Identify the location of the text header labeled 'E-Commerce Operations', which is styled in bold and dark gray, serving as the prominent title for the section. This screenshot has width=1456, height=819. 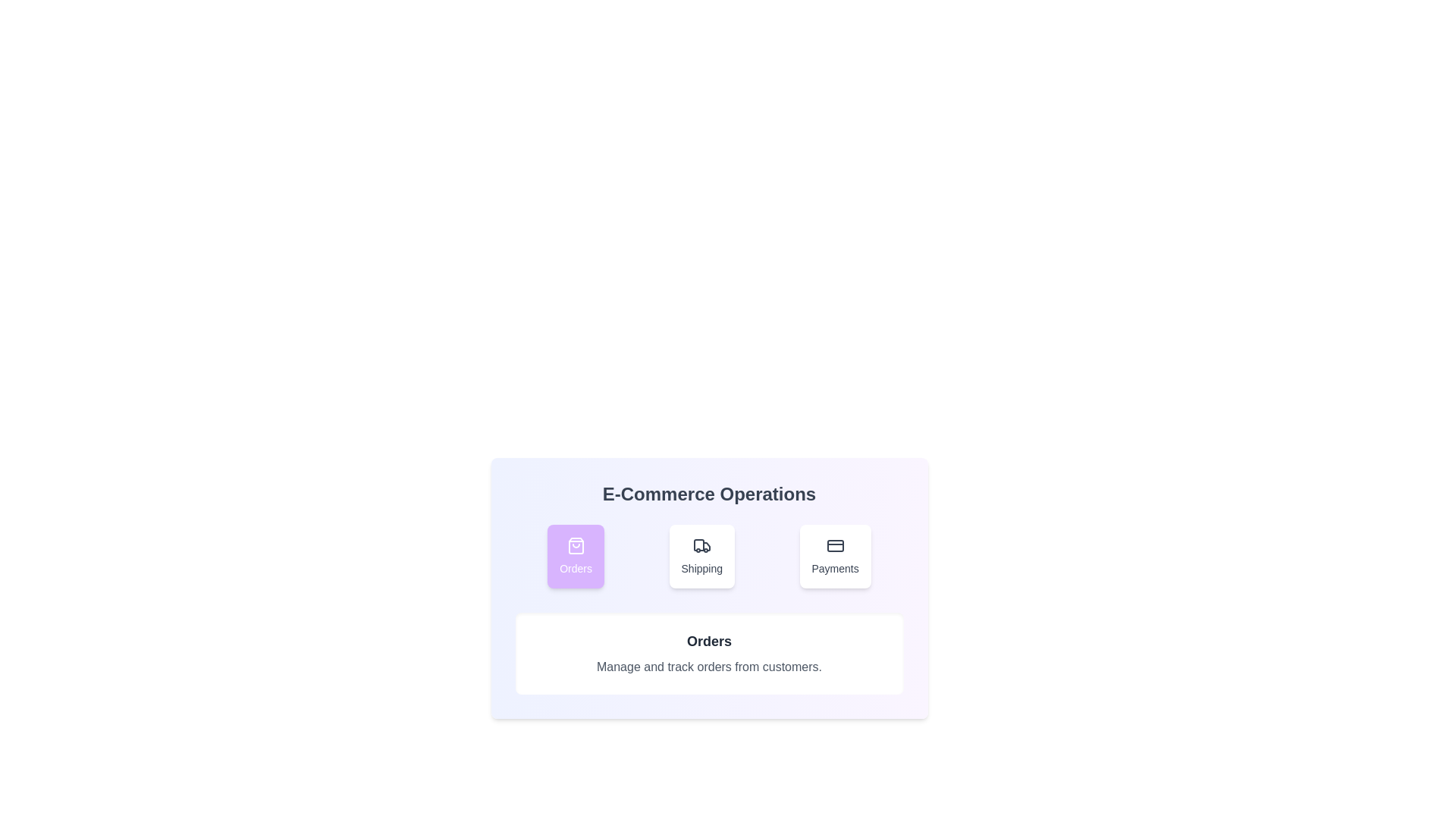
(708, 494).